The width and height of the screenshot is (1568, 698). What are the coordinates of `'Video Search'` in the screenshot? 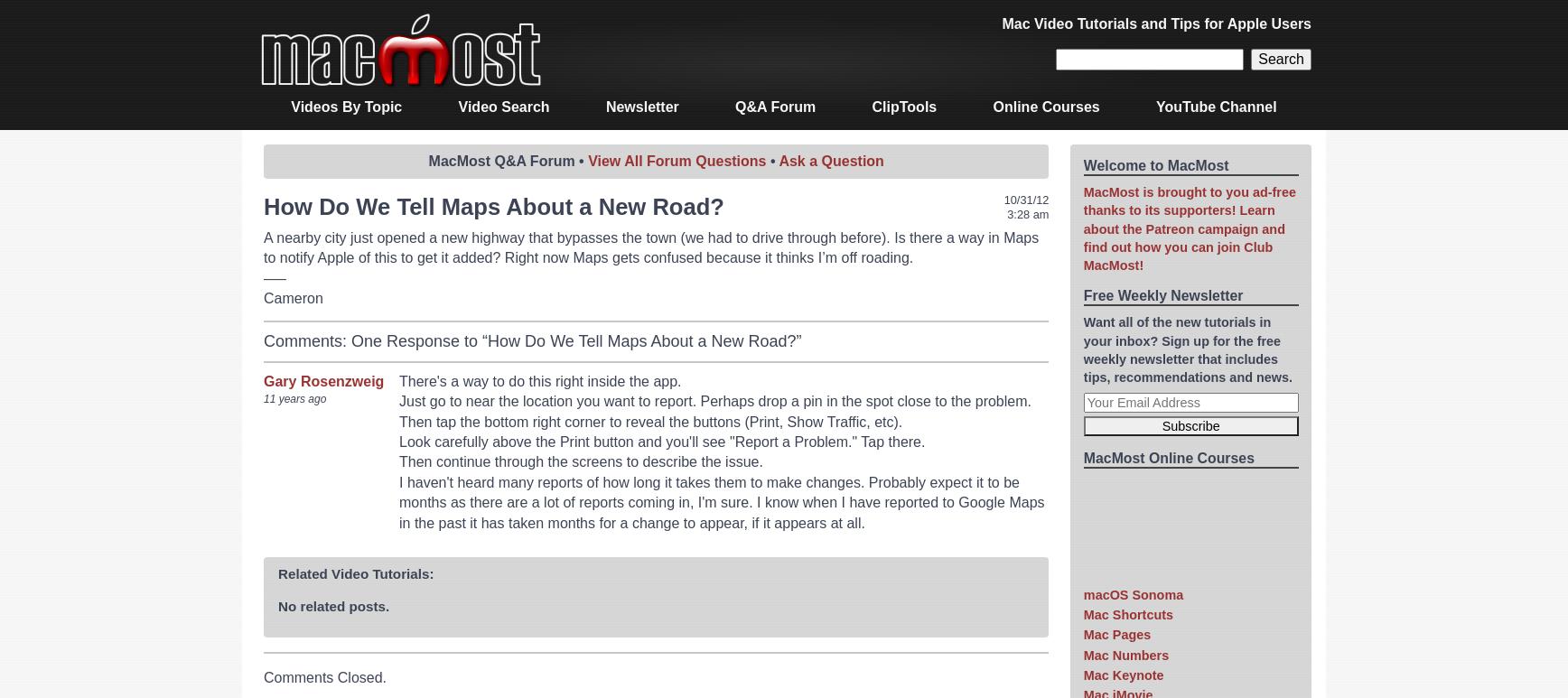 It's located at (503, 106).